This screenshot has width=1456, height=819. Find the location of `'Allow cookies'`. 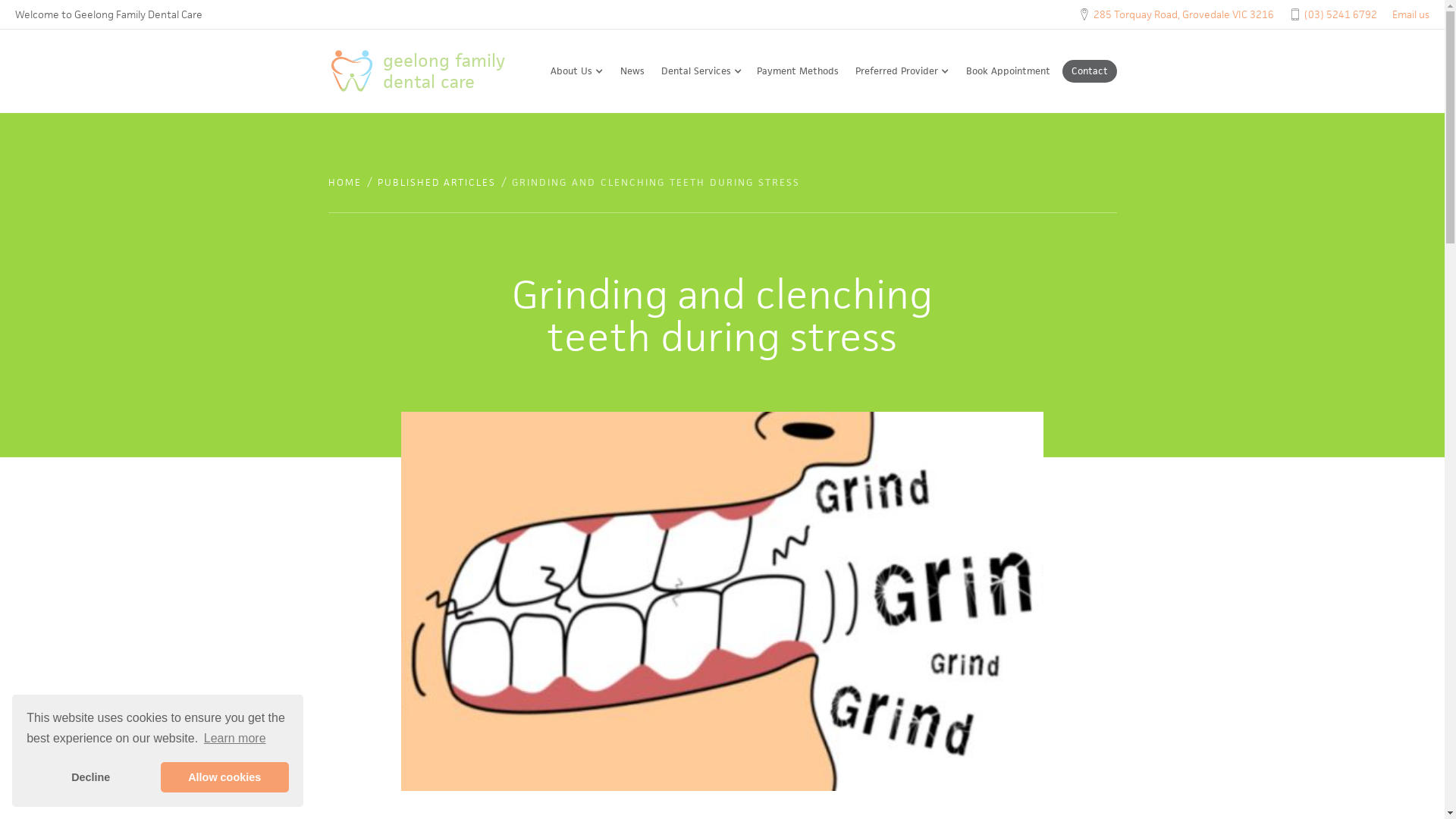

'Allow cookies' is located at coordinates (160, 777).